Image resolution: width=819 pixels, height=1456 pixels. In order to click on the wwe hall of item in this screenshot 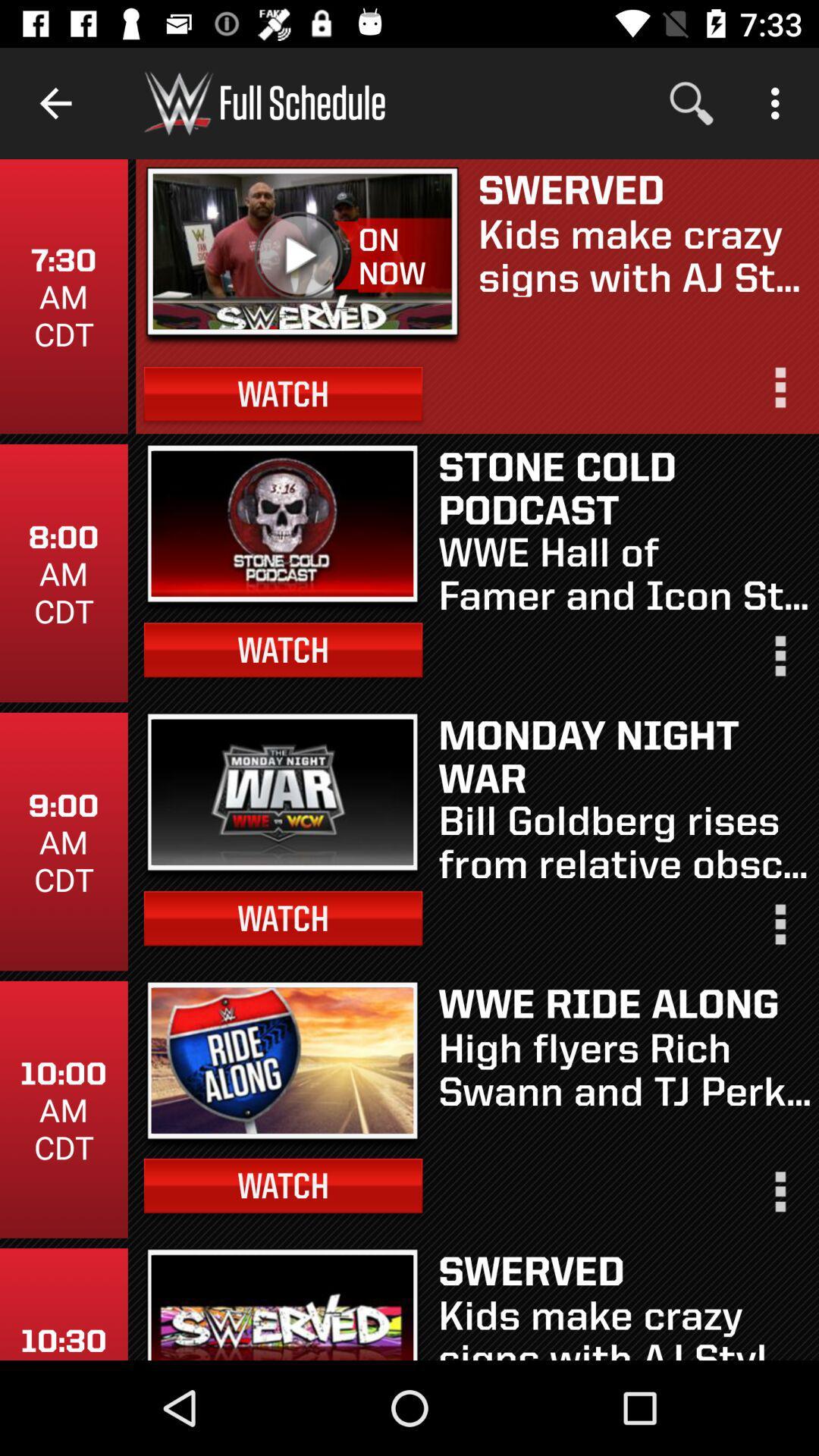, I will do `click(624, 571)`.